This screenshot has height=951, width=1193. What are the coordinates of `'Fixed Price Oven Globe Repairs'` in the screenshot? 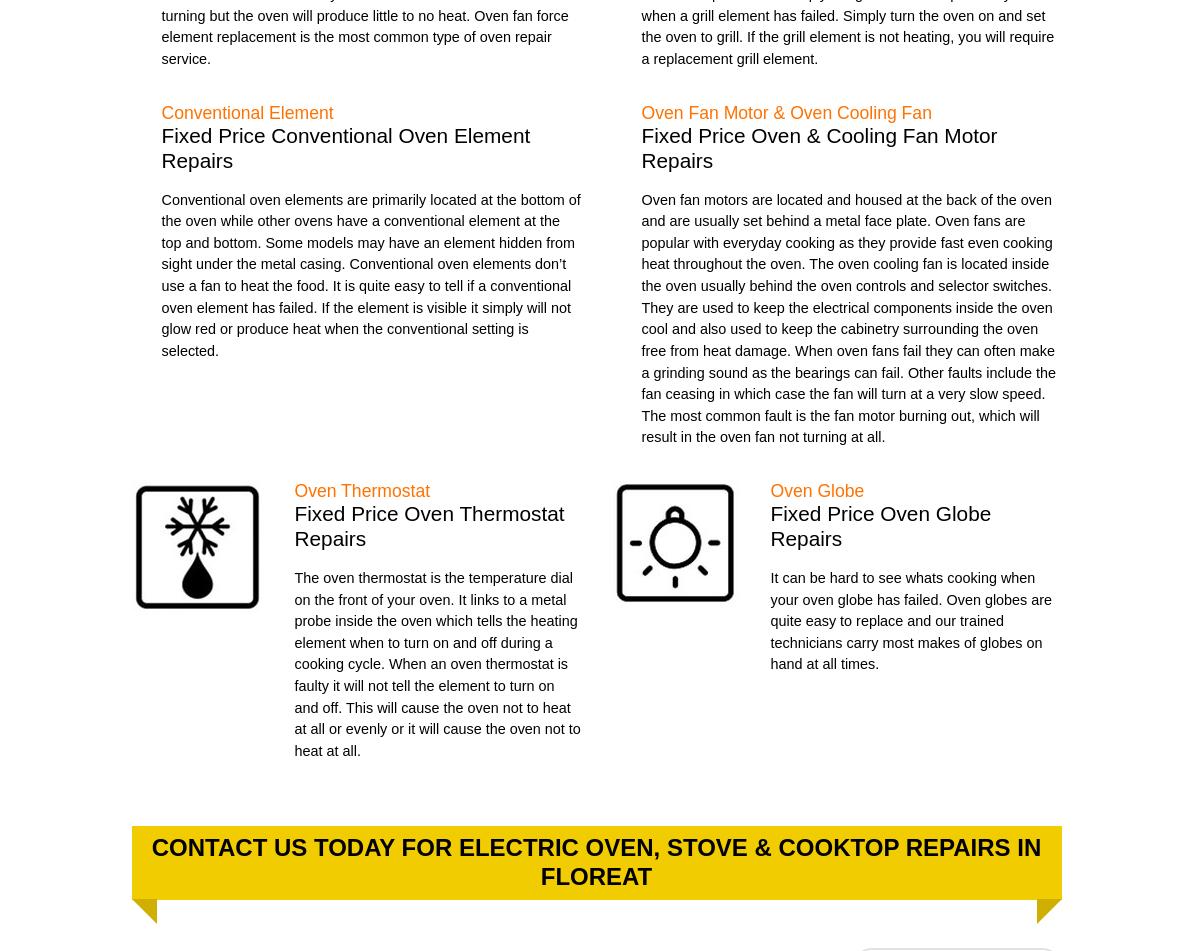 It's located at (880, 524).